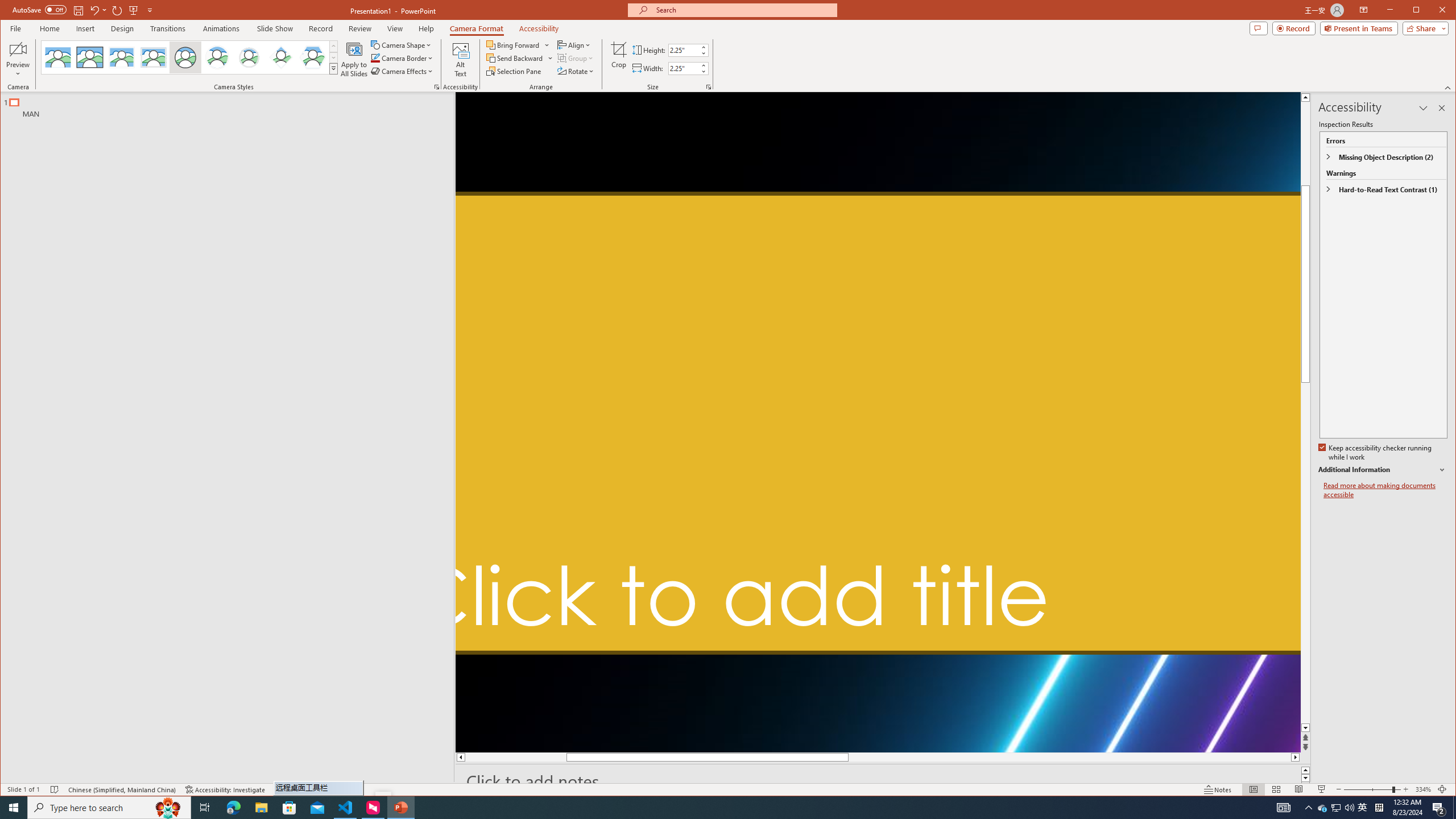  What do you see at coordinates (513, 44) in the screenshot?
I see `'Bring Forward'` at bounding box center [513, 44].